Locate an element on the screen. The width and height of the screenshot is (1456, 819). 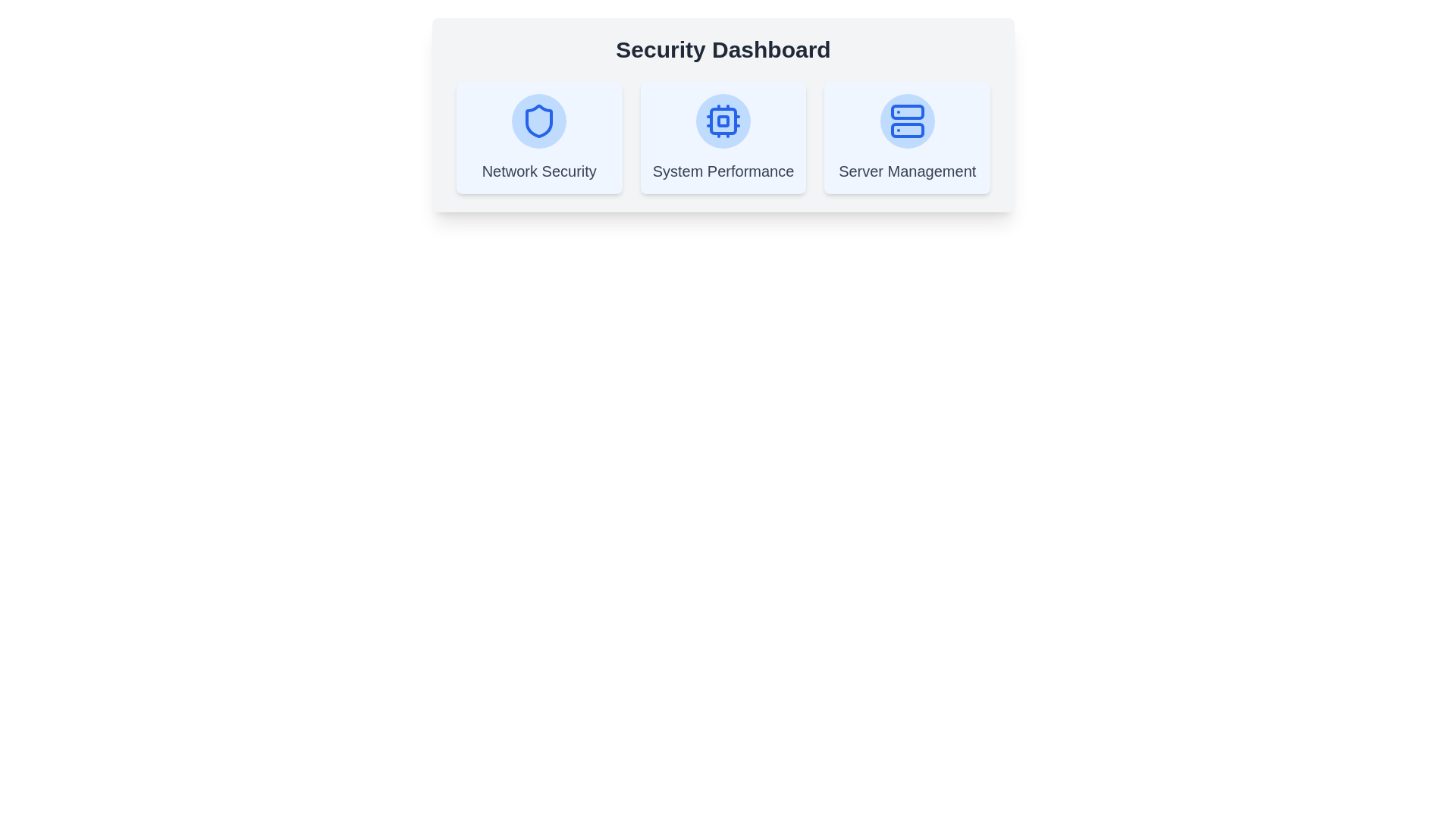
the text label displaying 'Network Security' in bold gray font, centrally aligned under the shield icon is located at coordinates (539, 171).